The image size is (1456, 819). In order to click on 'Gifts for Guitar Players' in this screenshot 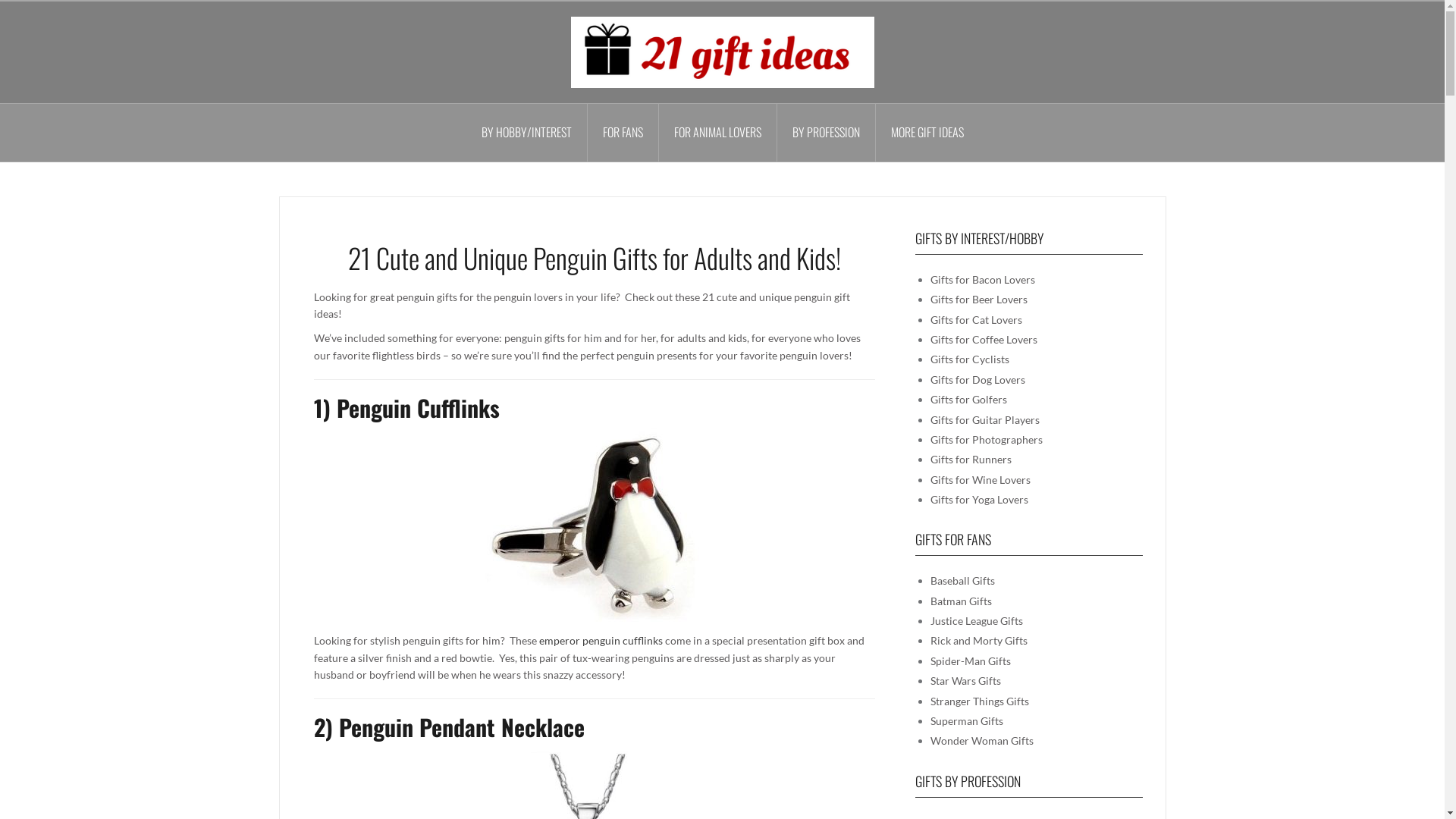, I will do `click(984, 419)`.